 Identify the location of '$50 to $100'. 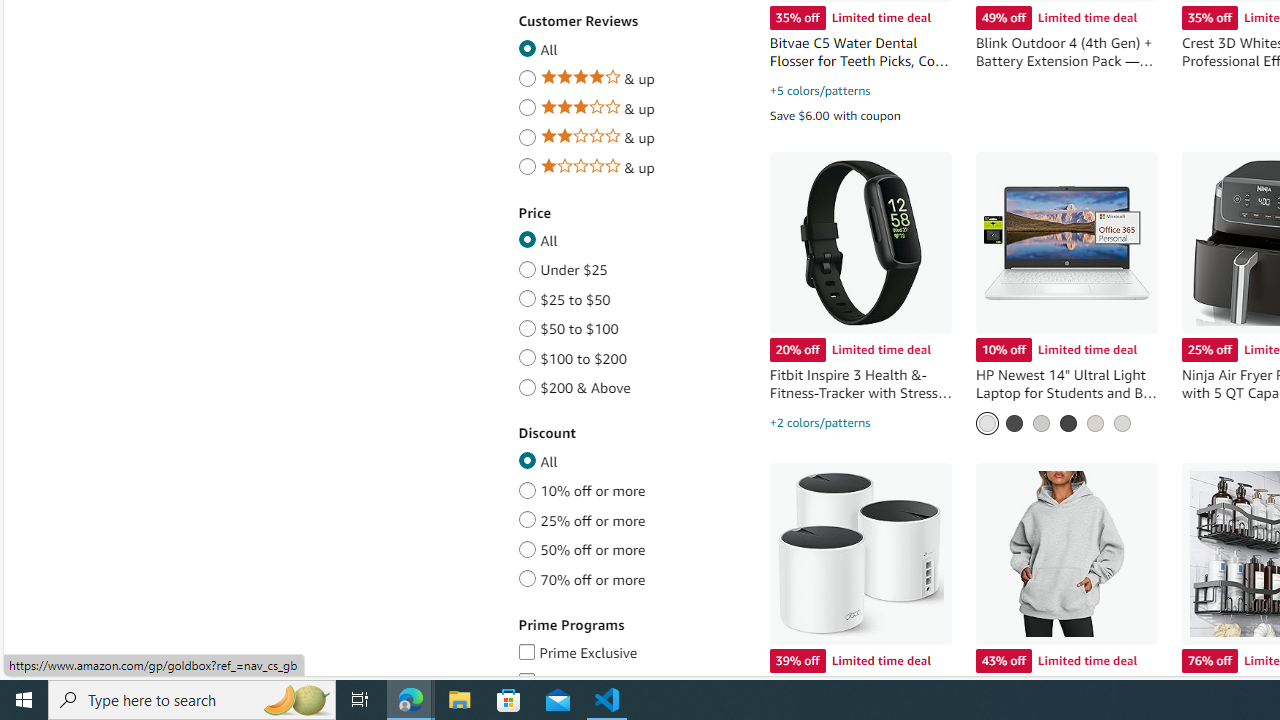
(527, 324).